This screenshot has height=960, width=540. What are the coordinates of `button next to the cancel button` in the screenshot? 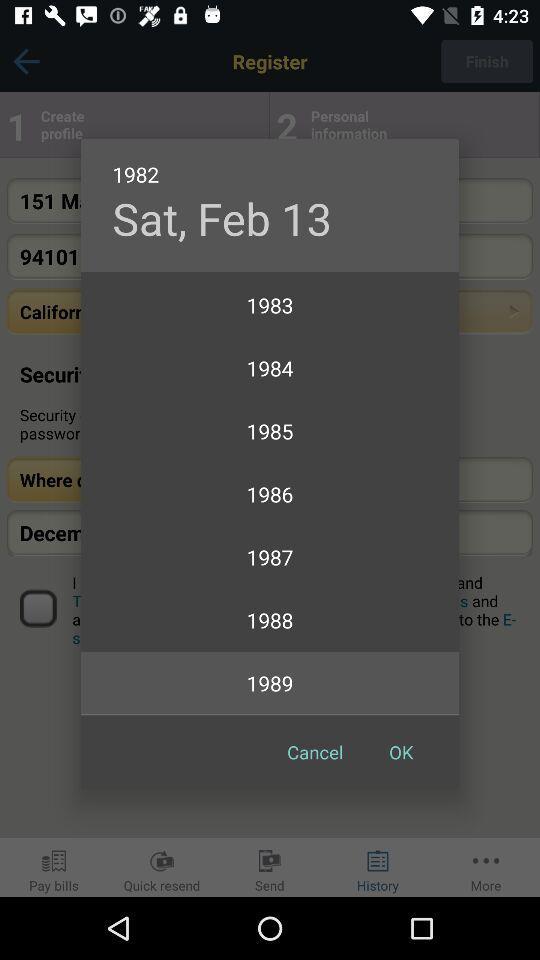 It's located at (401, 751).